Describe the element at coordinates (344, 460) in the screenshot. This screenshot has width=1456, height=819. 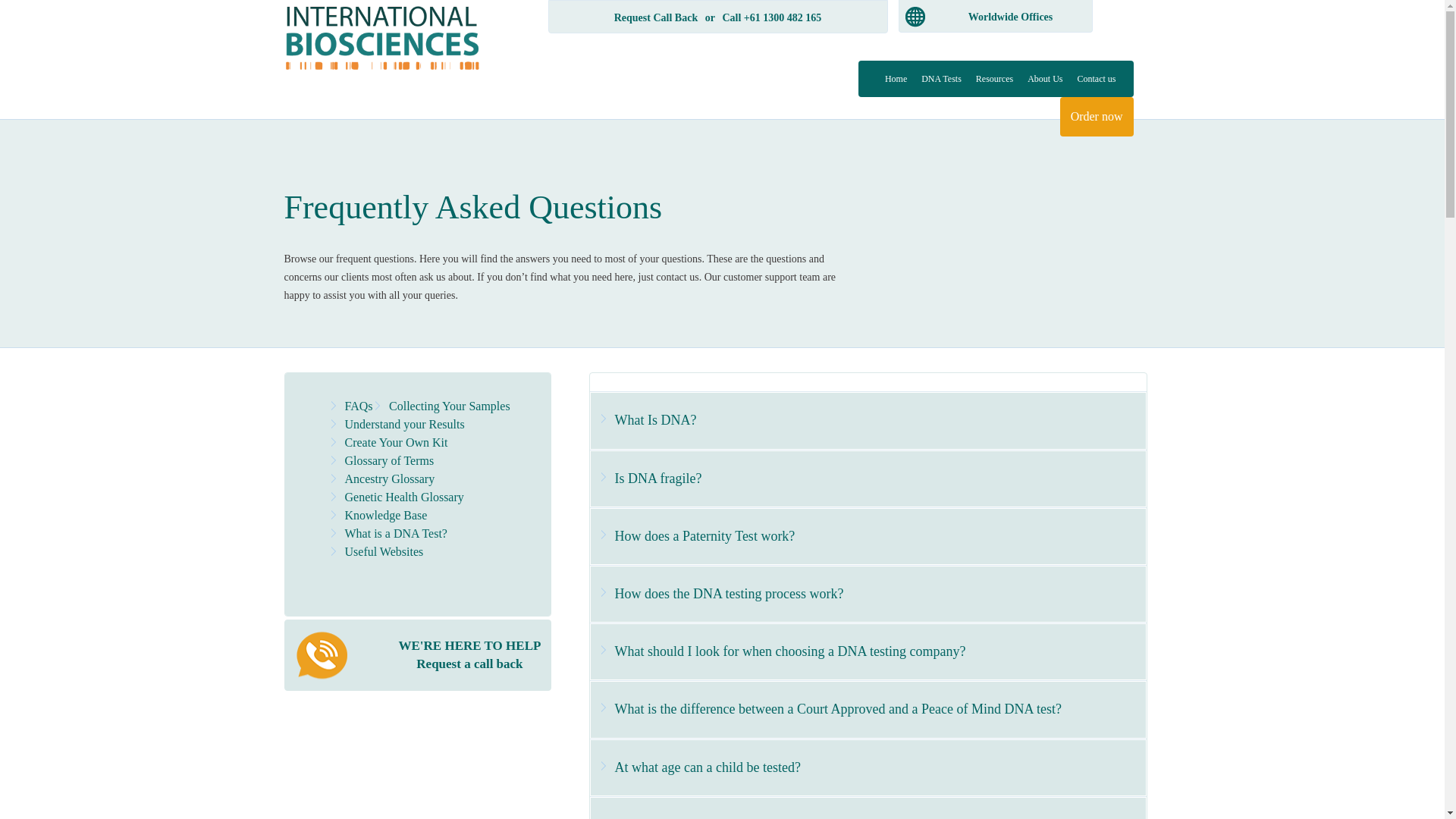
I see `'Glossary of Terms'` at that location.